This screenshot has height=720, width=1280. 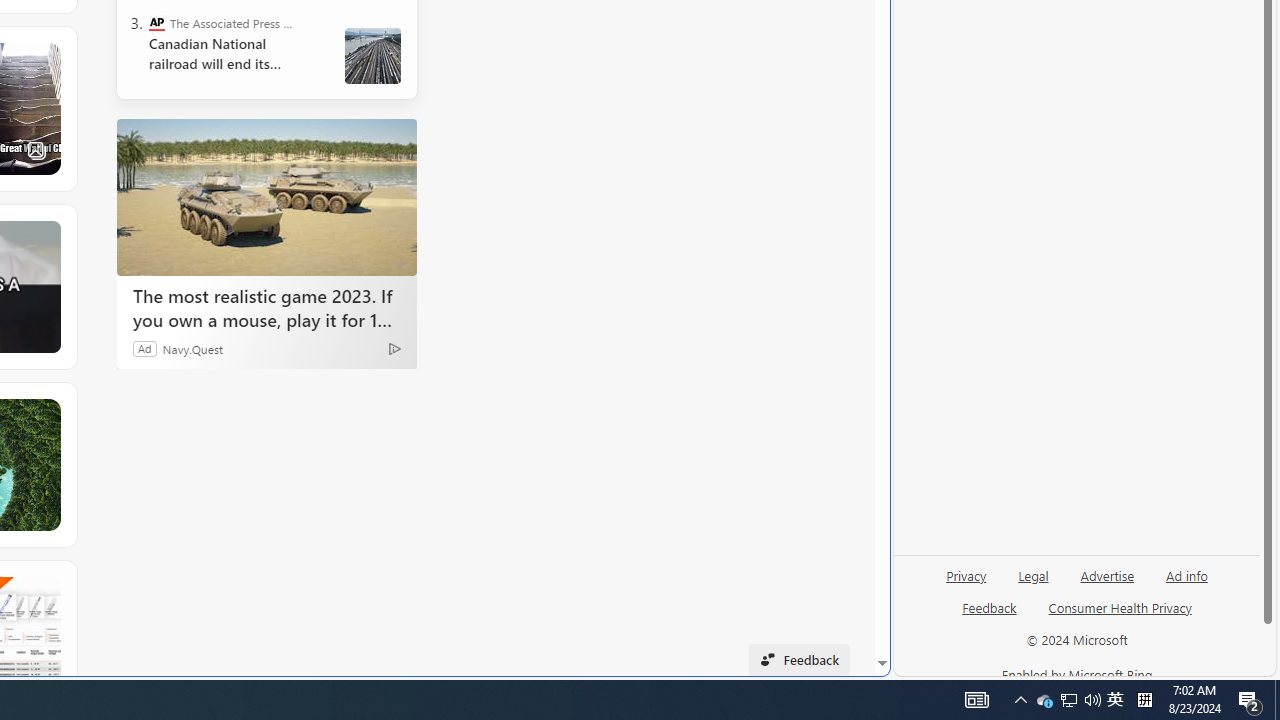 What do you see at coordinates (155, 23) in the screenshot?
I see `'The Associated Press - Business News'` at bounding box center [155, 23].